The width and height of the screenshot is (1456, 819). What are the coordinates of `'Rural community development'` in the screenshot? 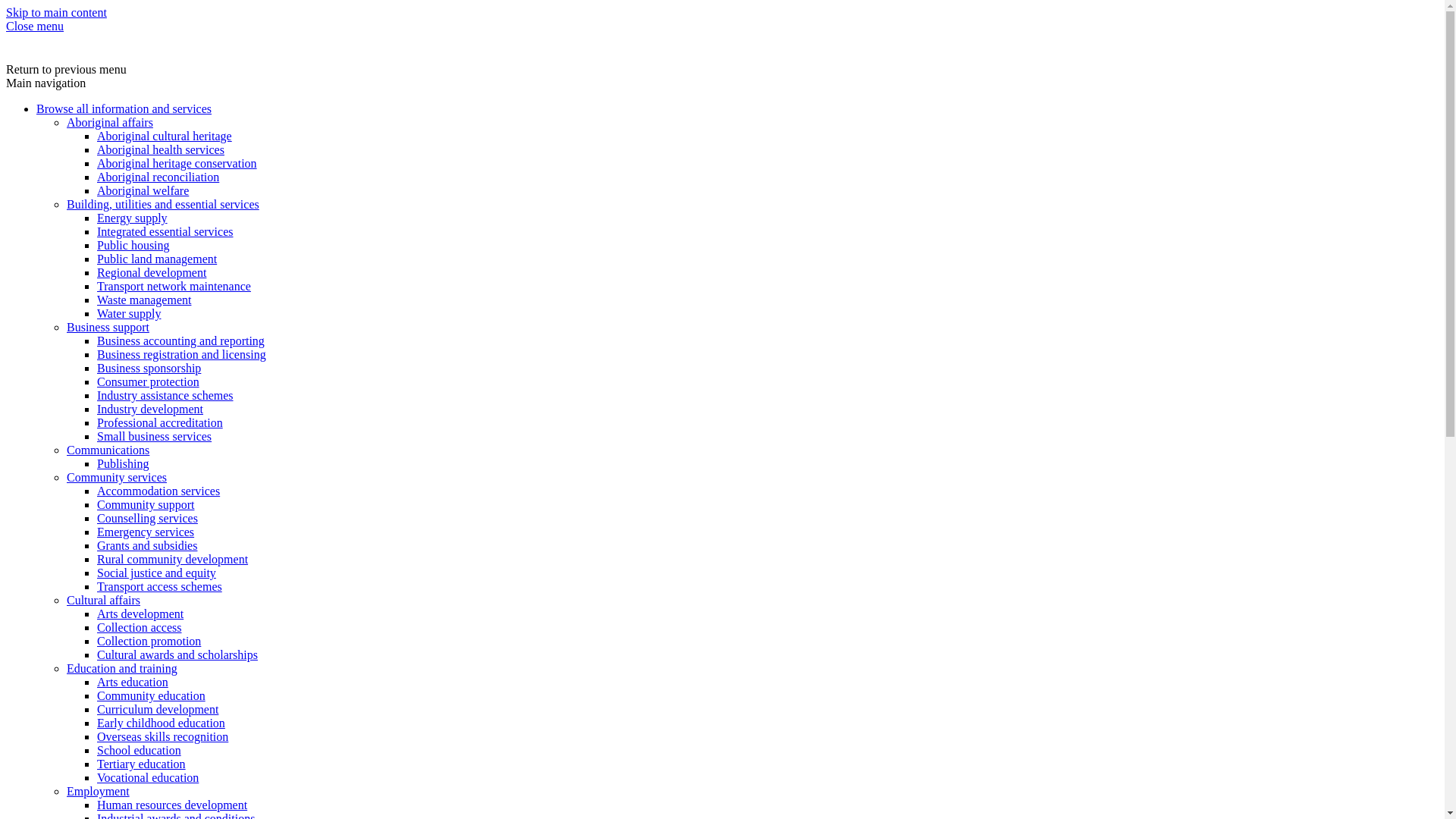 It's located at (172, 559).